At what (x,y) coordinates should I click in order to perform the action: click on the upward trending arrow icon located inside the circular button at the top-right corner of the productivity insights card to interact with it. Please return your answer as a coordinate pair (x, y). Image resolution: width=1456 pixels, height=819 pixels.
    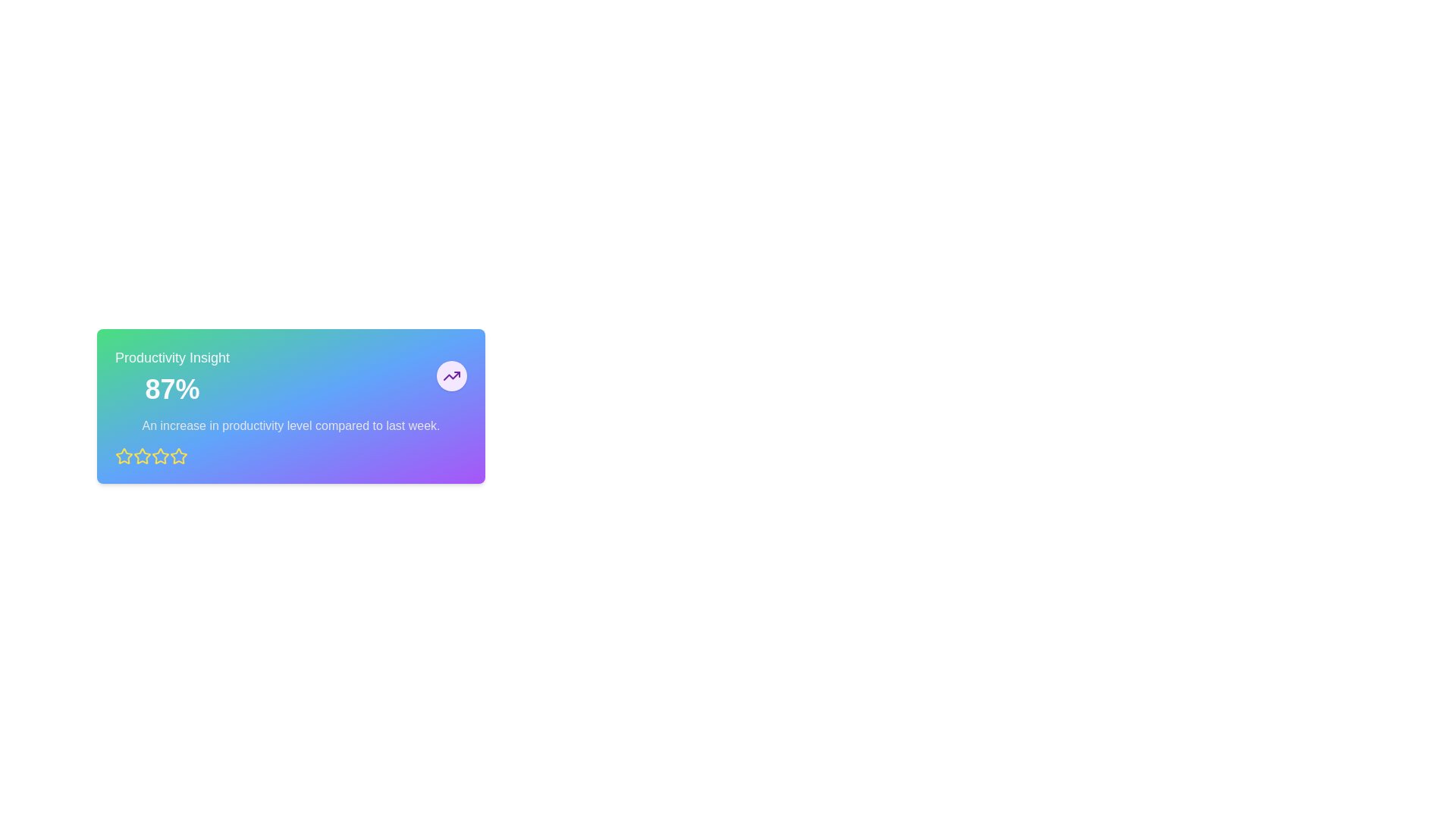
    Looking at the image, I should click on (450, 375).